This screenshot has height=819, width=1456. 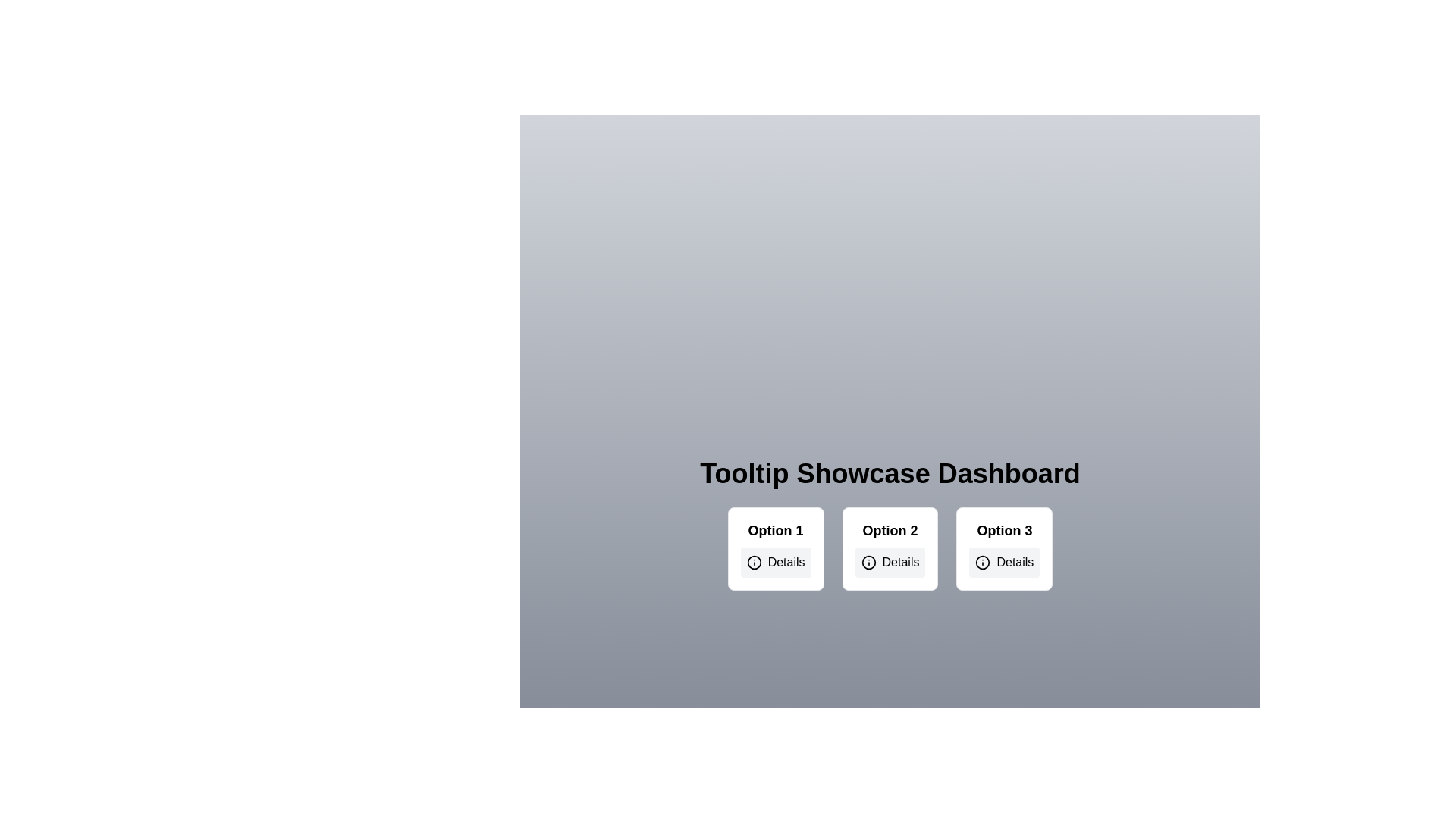 What do you see at coordinates (868, 562) in the screenshot?
I see `the SVG circle representing the information icon located in the 'Option 2' card area, specifically above the 'Details' text` at bounding box center [868, 562].